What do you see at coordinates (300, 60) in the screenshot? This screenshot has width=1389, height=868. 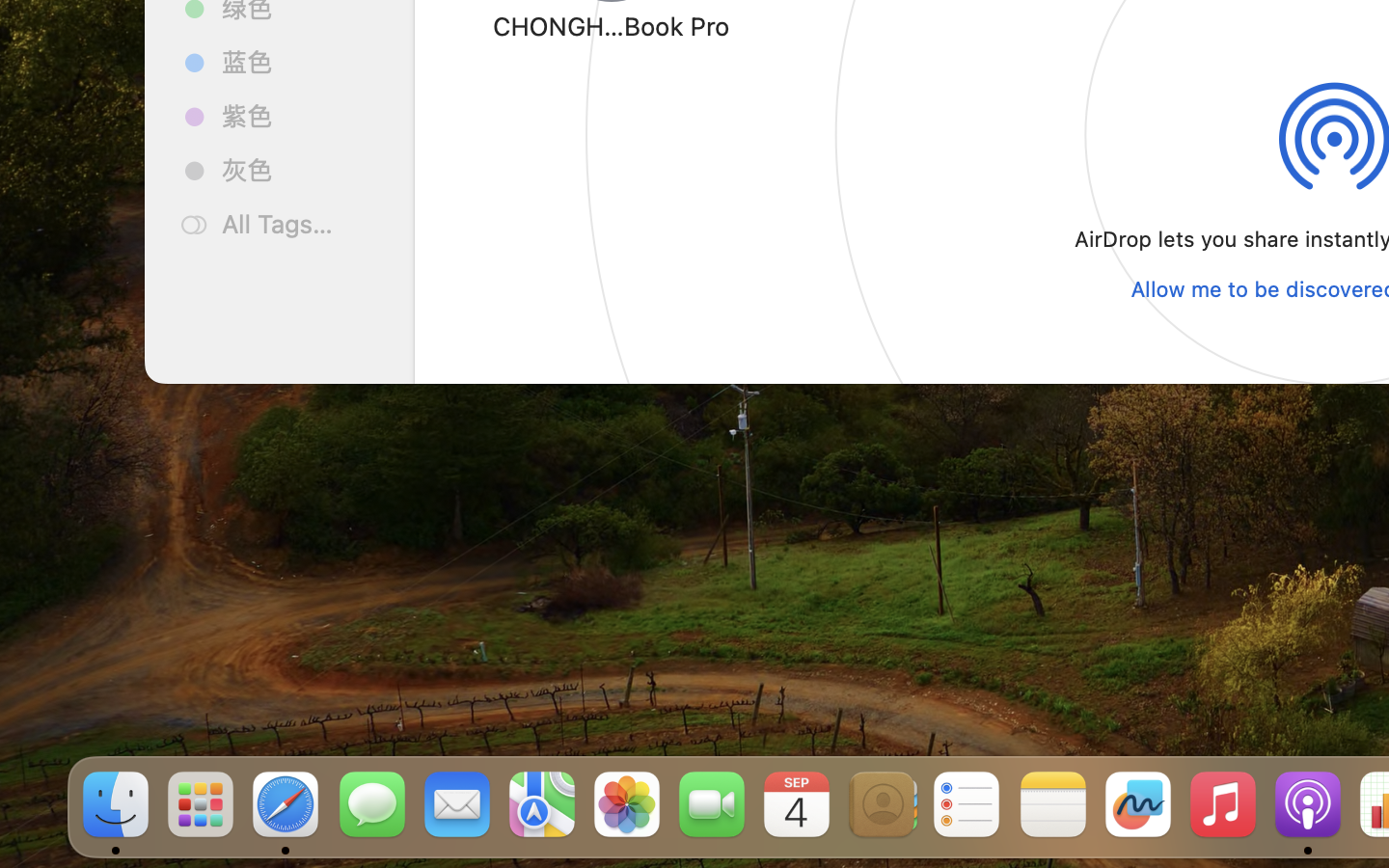 I see `'蓝色'` at bounding box center [300, 60].